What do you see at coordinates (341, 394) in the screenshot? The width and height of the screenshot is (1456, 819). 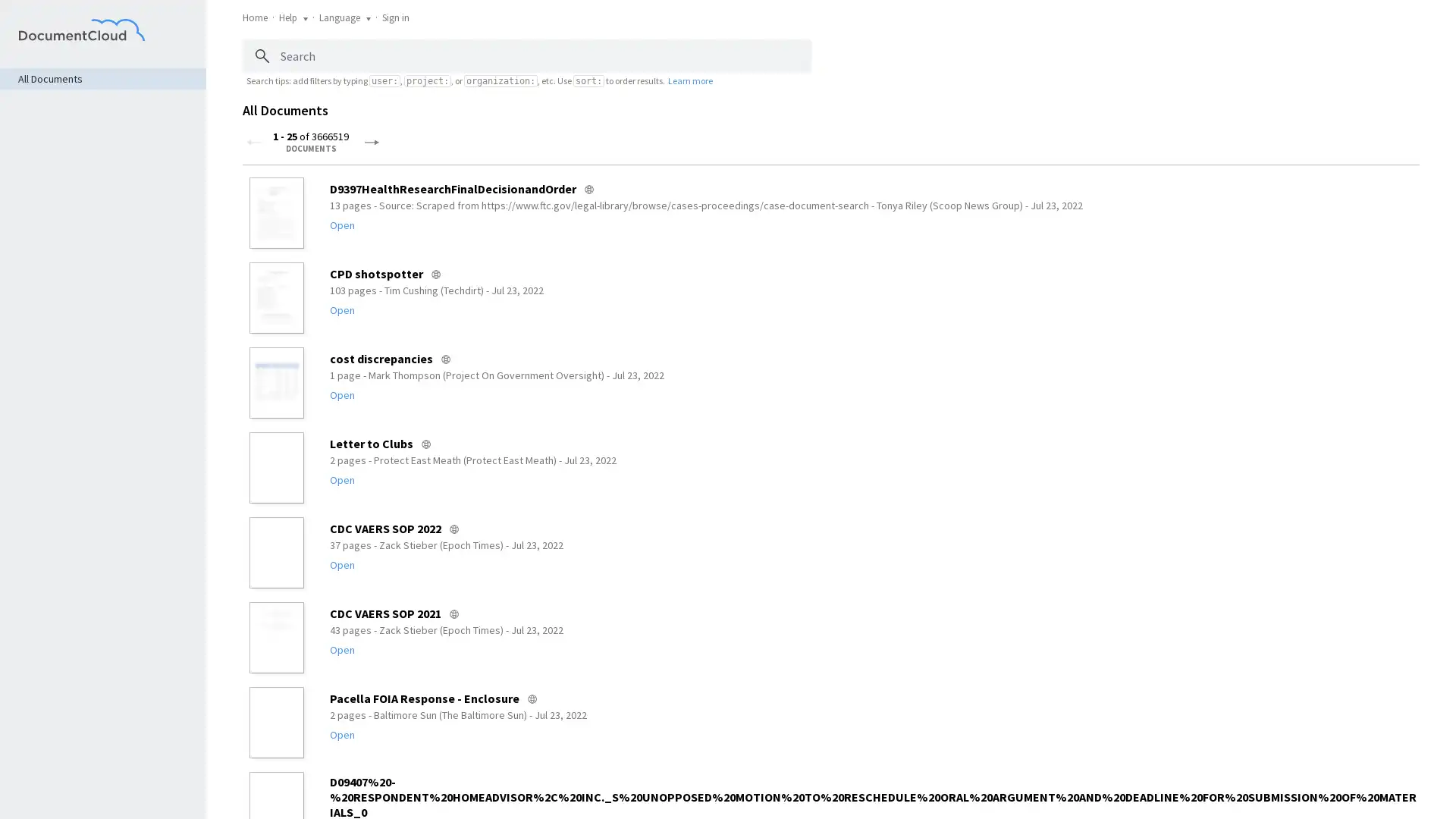 I see `Open` at bounding box center [341, 394].